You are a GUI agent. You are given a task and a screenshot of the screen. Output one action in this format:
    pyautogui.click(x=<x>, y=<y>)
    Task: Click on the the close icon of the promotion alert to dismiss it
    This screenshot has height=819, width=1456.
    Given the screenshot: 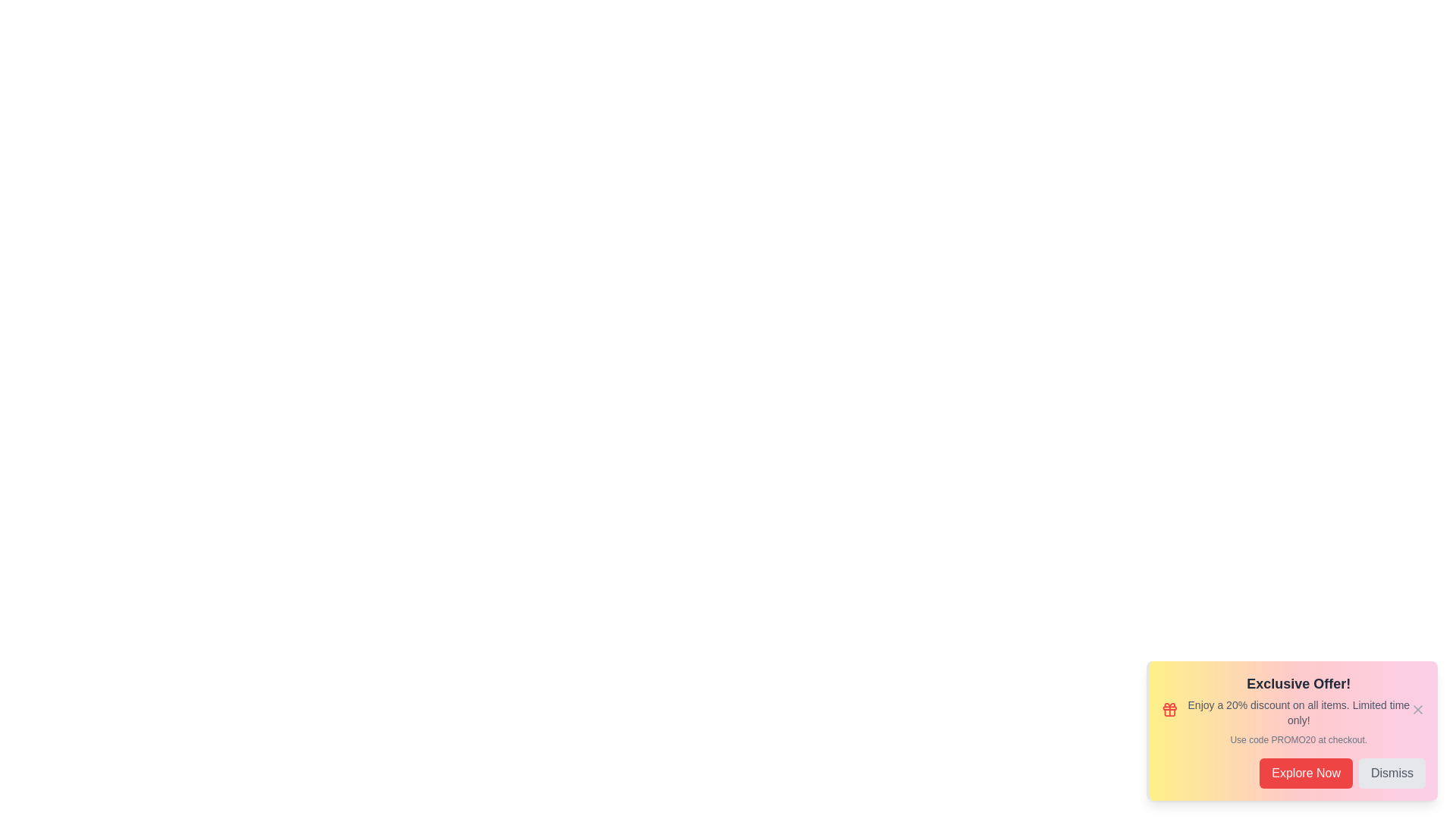 What is the action you would take?
    pyautogui.click(x=1417, y=710)
    